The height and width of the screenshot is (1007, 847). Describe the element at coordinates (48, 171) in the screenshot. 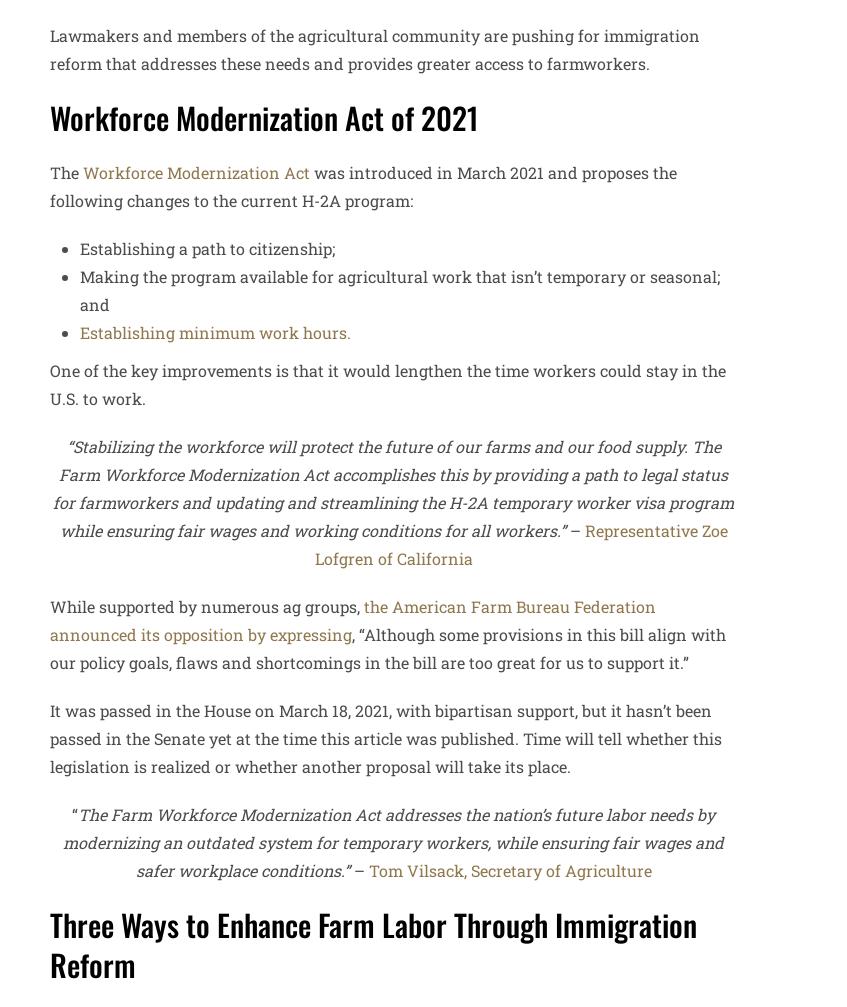

I see `'The'` at that location.